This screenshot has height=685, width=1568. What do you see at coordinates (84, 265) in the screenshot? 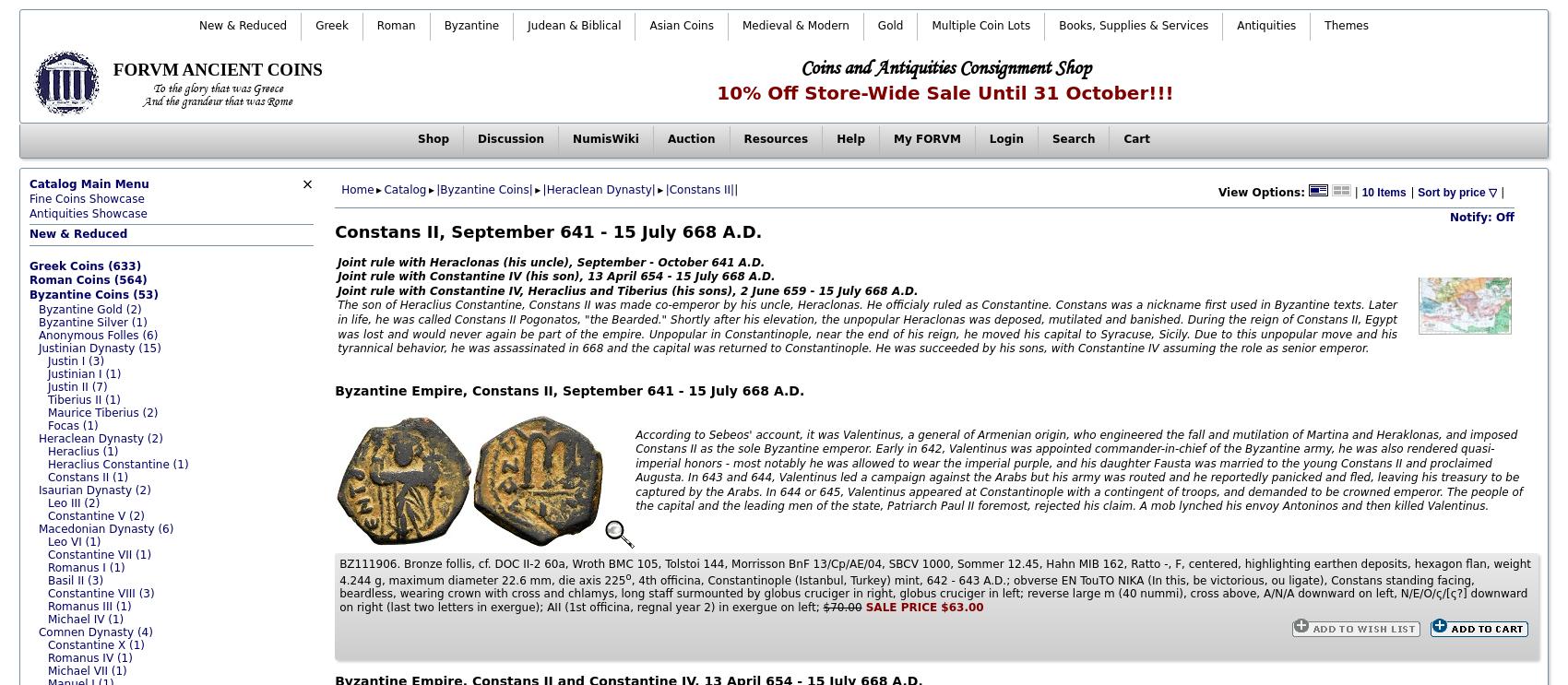
I see `'Greek Coins (633)'` at bounding box center [84, 265].